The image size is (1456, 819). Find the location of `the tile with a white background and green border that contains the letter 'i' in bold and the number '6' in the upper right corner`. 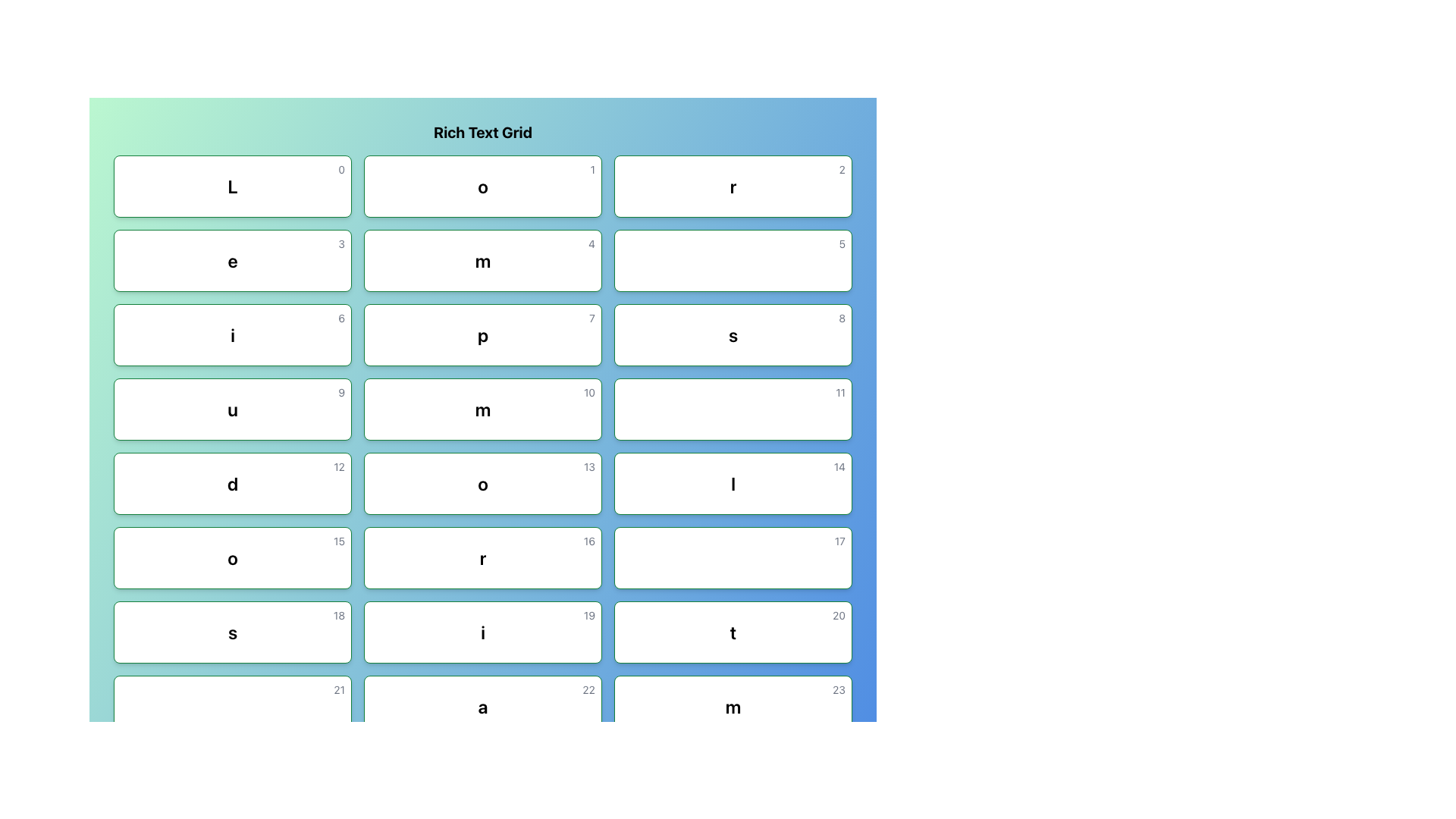

the tile with a white background and green border that contains the letter 'i' in bold and the number '6' in the upper right corner is located at coordinates (232, 334).